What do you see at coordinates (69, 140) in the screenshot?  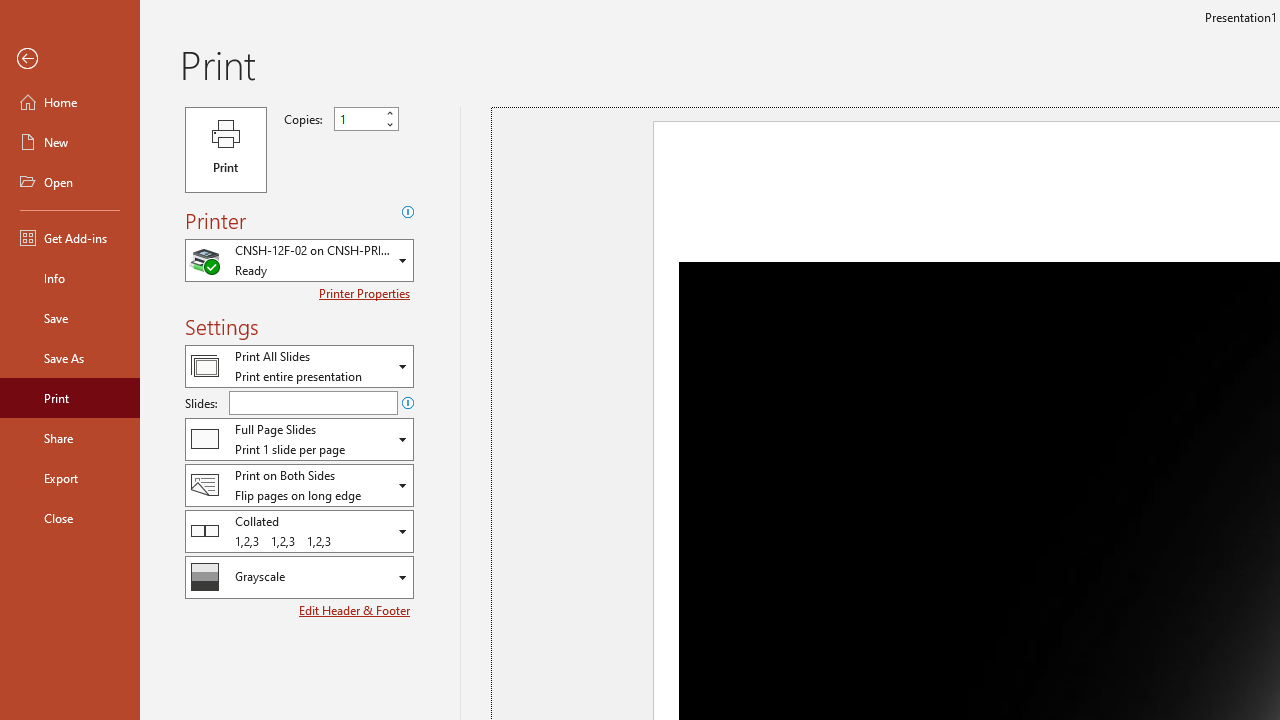 I see `'New'` at bounding box center [69, 140].